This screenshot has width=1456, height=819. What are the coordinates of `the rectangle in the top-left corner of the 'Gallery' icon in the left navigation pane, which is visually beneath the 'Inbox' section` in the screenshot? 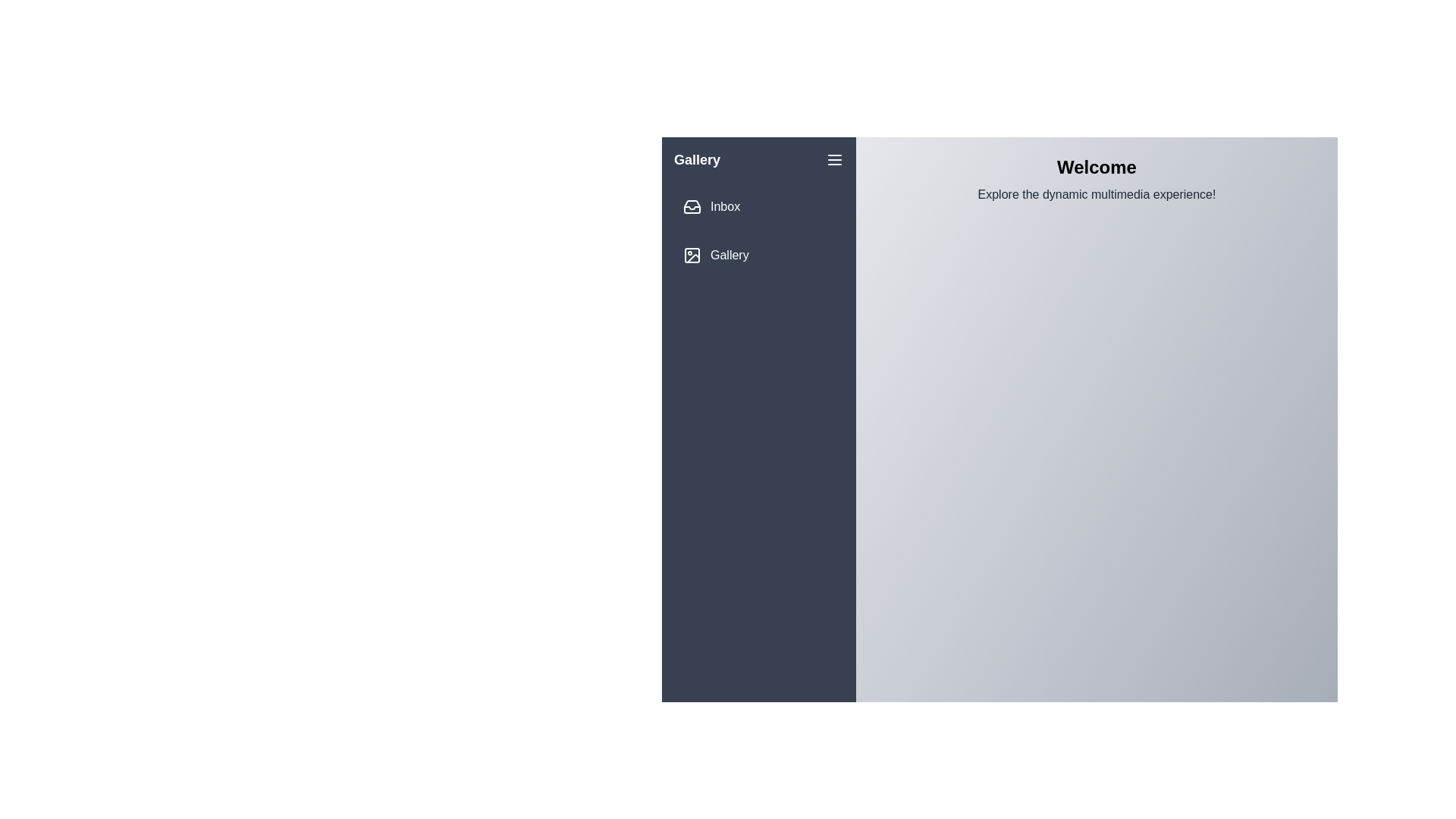 It's located at (691, 254).